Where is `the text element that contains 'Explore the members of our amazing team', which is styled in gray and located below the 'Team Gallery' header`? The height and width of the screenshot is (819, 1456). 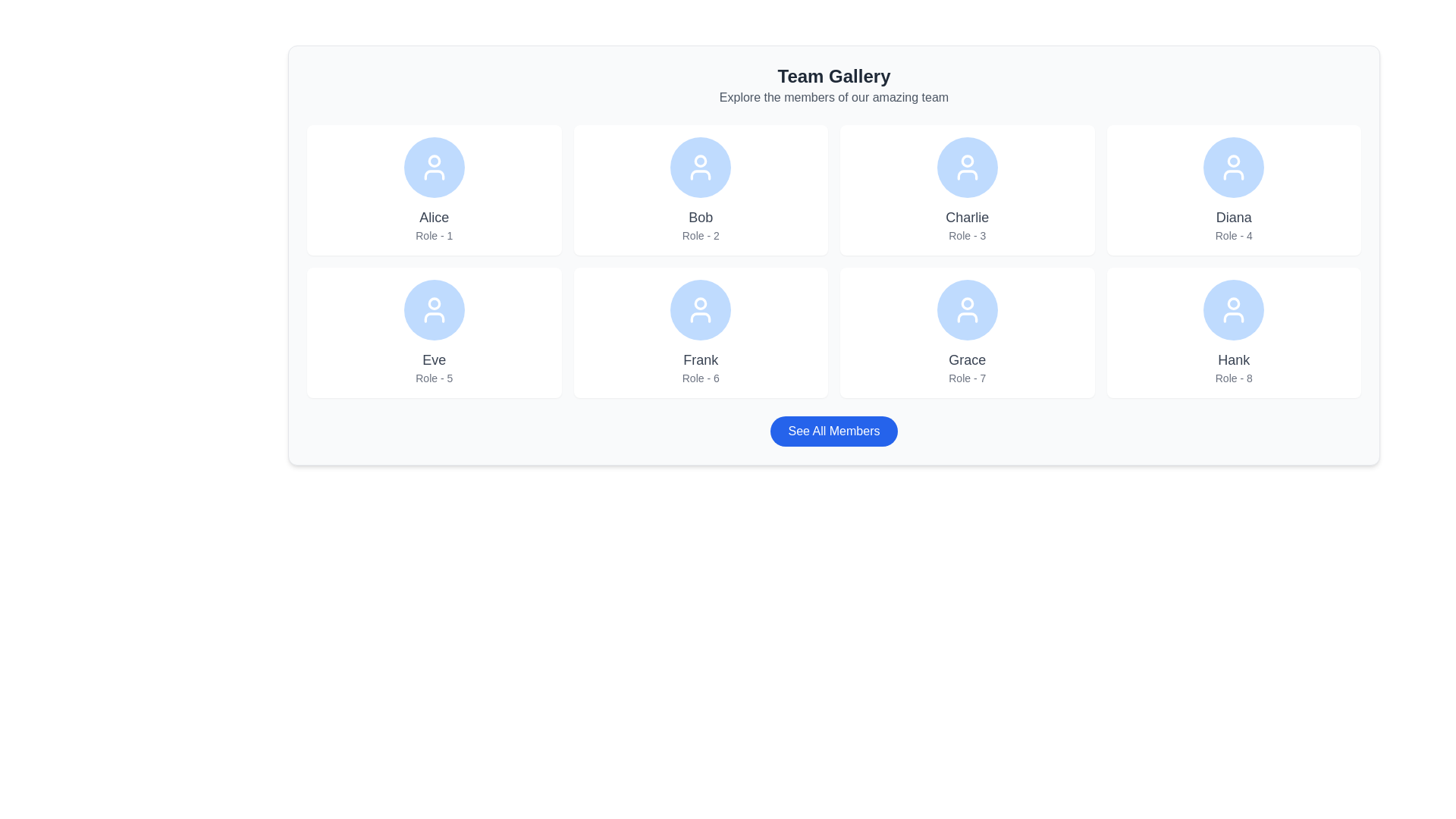
the text element that contains 'Explore the members of our amazing team', which is styled in gray and located below the 'Team Gallery' header is located at coordinates (833, 97).